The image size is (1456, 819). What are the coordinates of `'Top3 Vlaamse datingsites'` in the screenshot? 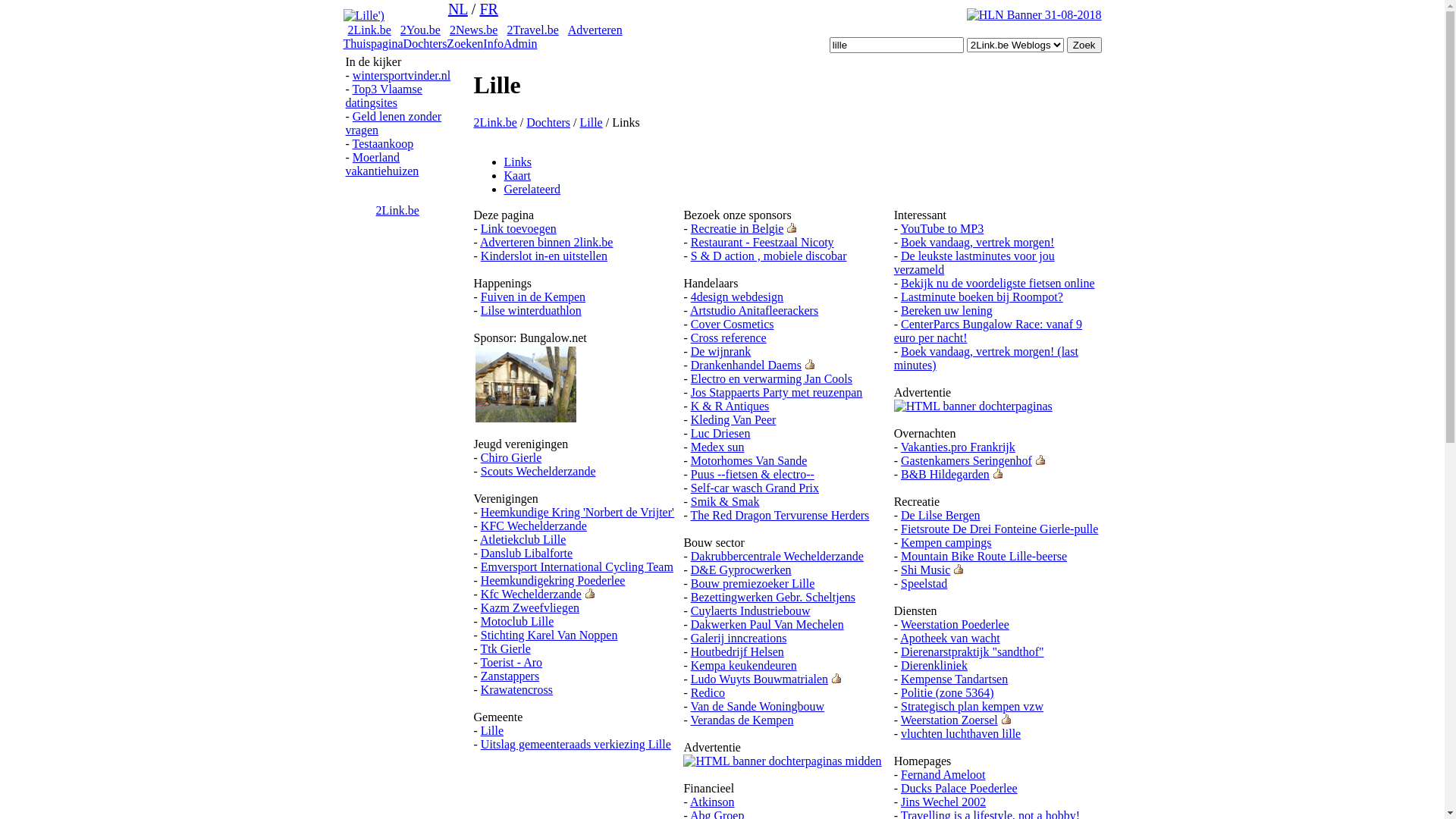 It's located at (384, 96).